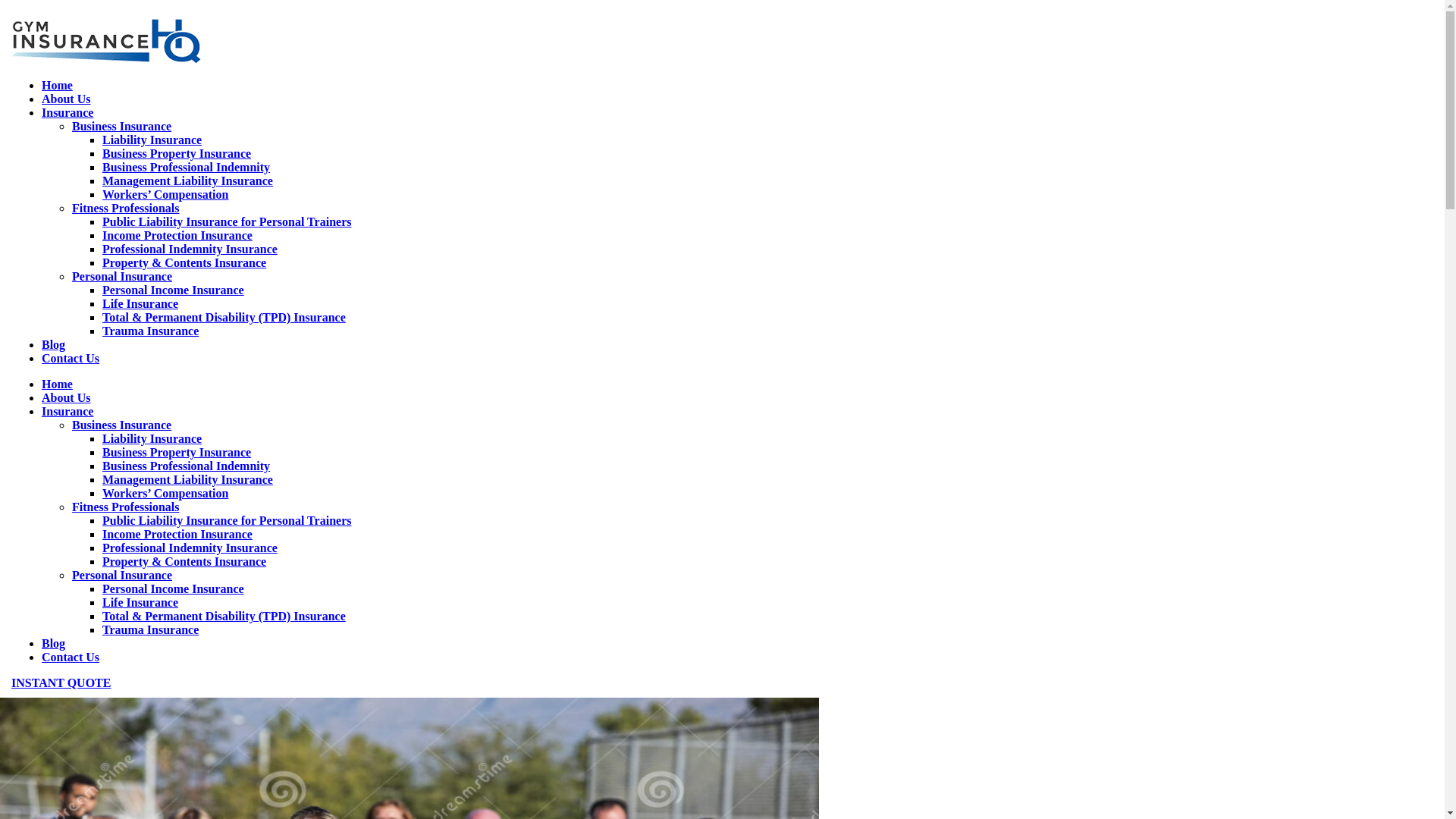 The height and width of the screenshot is (819, 1456). What do you see at coordinates (173, 290) in the screenshot?
I see `'Personal Income Insurance'` at bounding box center [173, 290].